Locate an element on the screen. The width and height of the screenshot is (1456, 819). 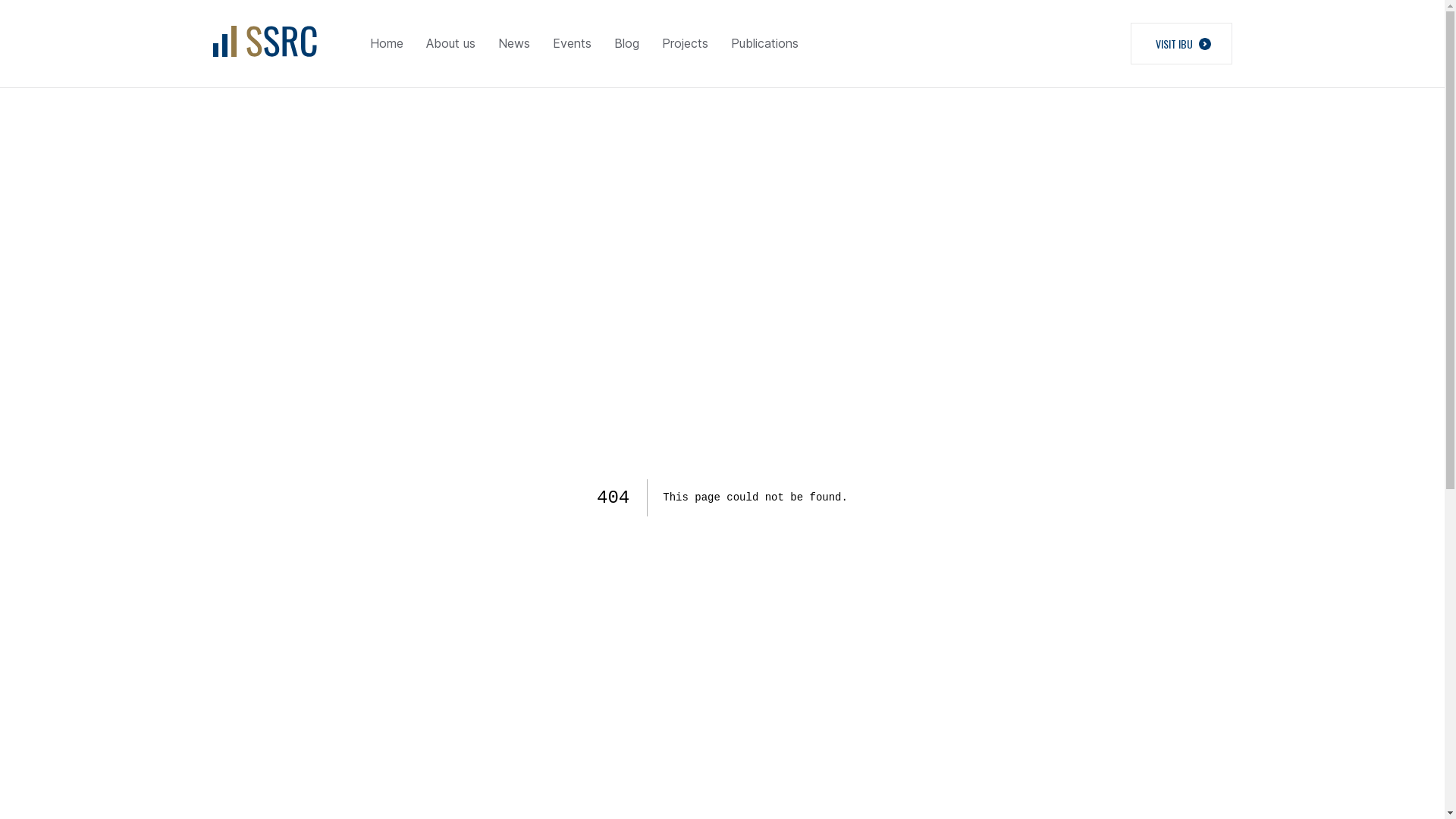
'Events' is located at coordinates (551, 42).